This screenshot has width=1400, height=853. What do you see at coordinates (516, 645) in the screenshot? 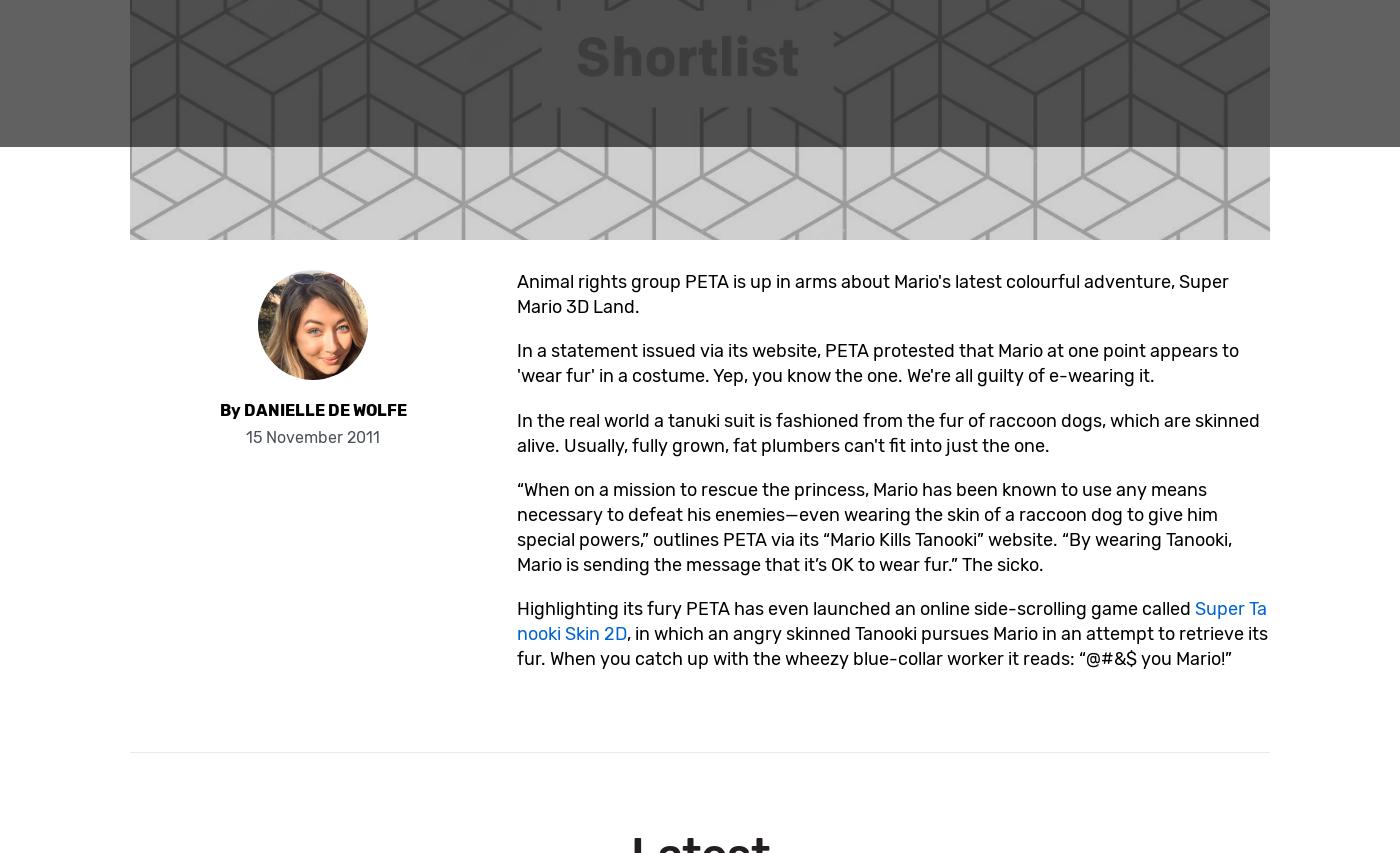
I see `', in which an angry skinned Tanooki pursues Mario in an attempt to retrieve its fur. When you catch up with the wheezy blue-collar worker it reads: “@#&$ you Mario!”'` at bounding box center [516, 645].